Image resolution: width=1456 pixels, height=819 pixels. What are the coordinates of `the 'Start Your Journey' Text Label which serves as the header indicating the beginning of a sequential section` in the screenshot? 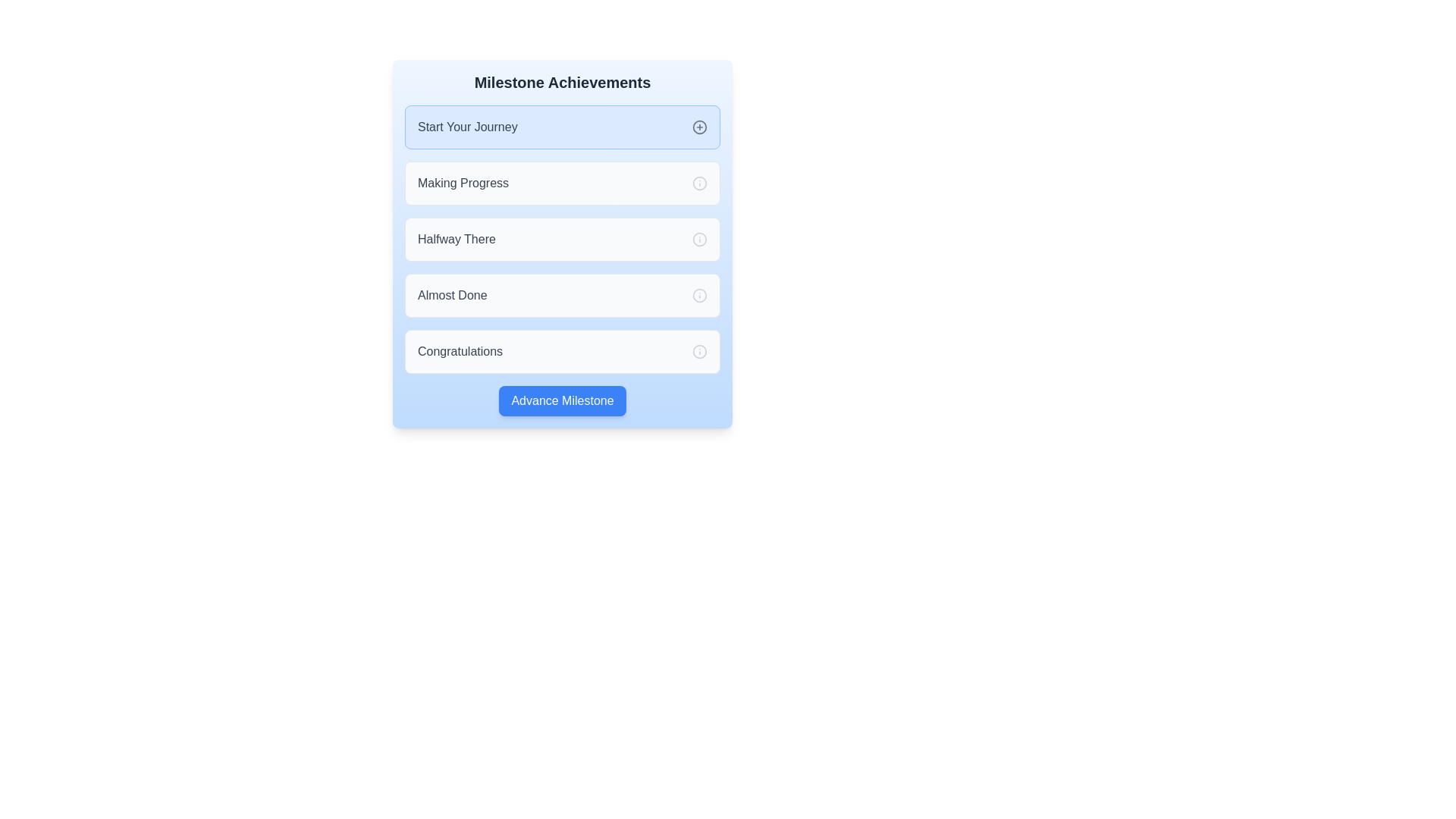 It's located at (466, 127).